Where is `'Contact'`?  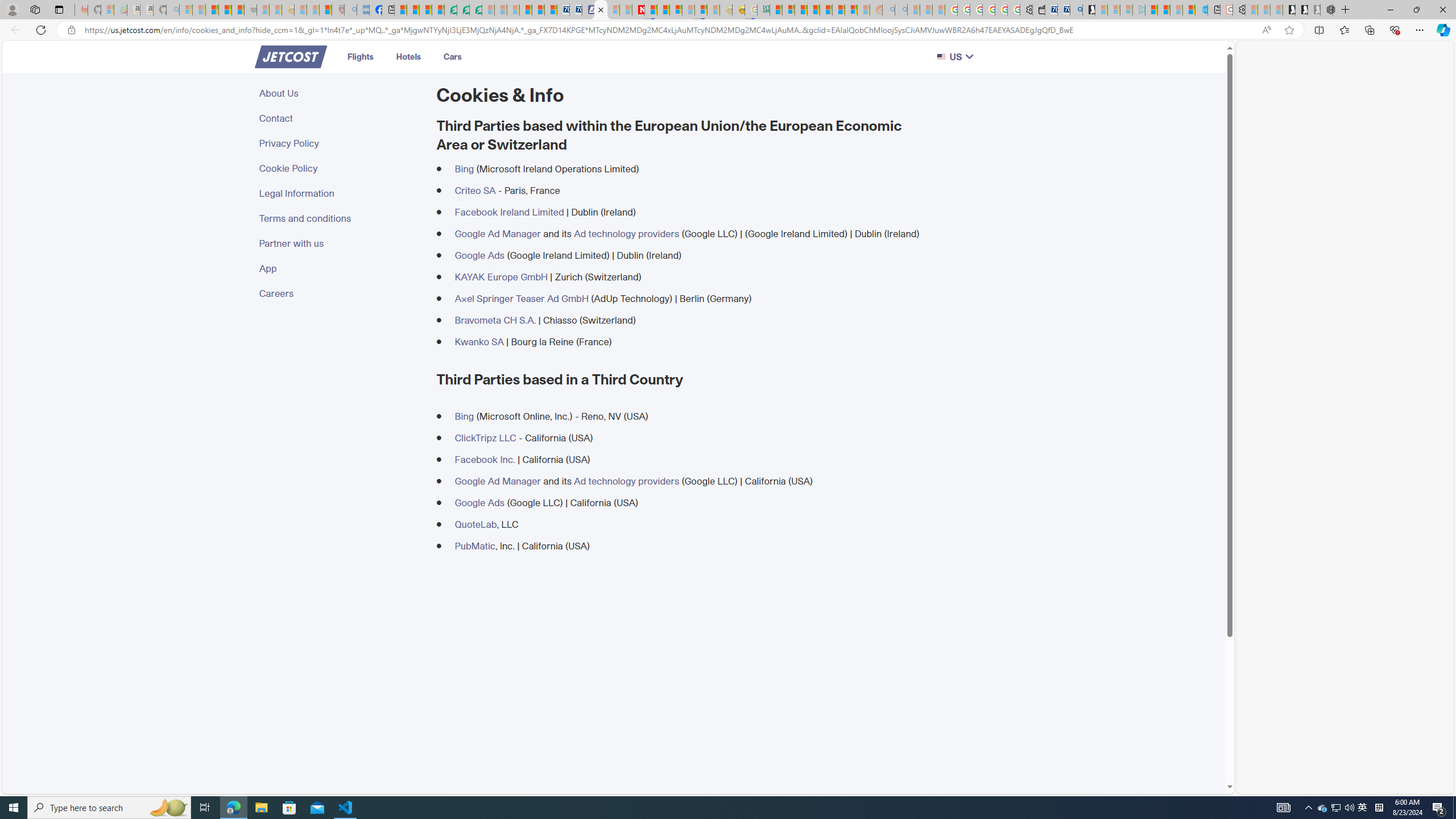 'Contact' is located at coordinates (341, 118).